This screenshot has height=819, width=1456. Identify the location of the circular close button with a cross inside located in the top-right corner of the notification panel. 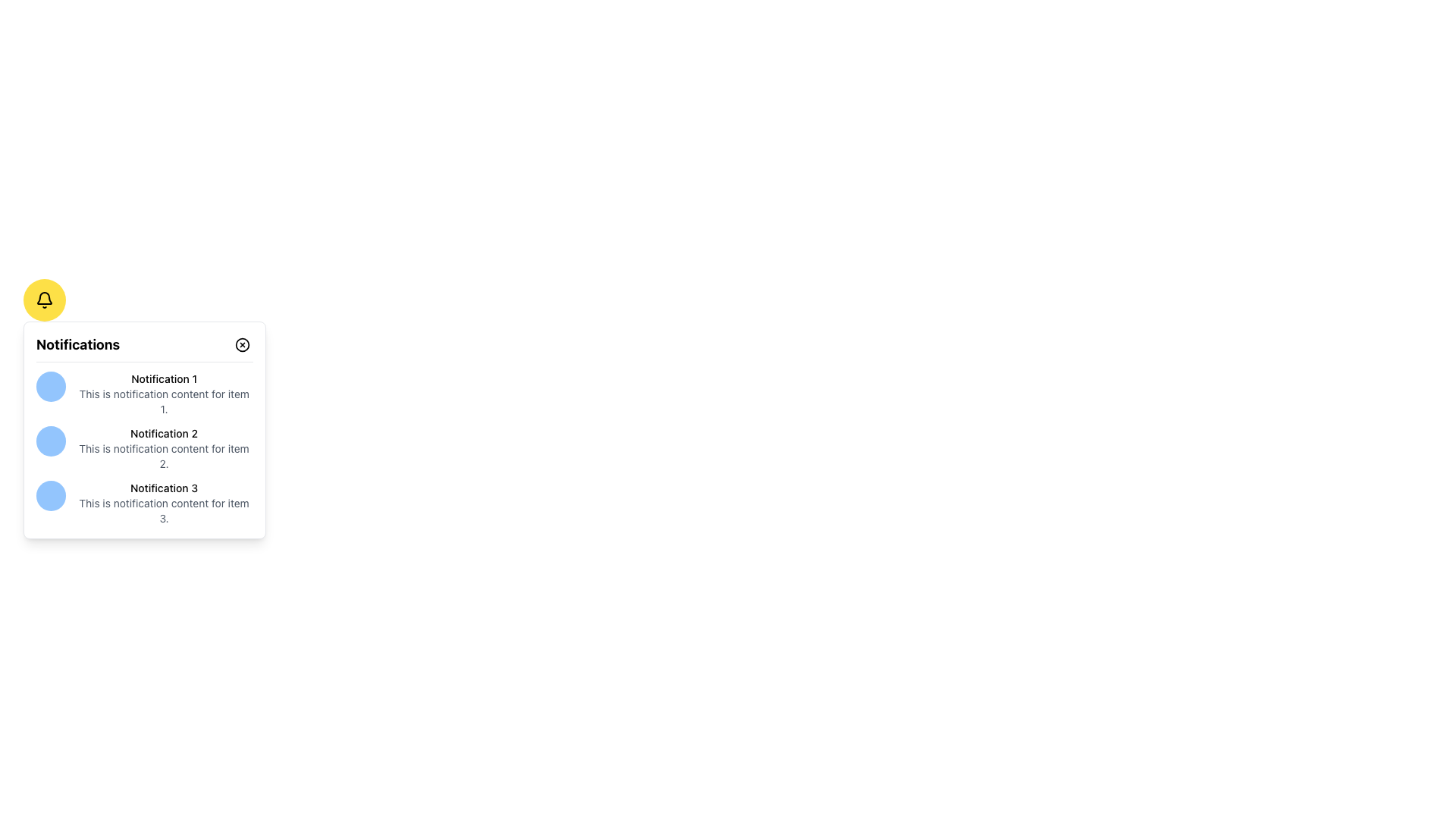
(243, 345).